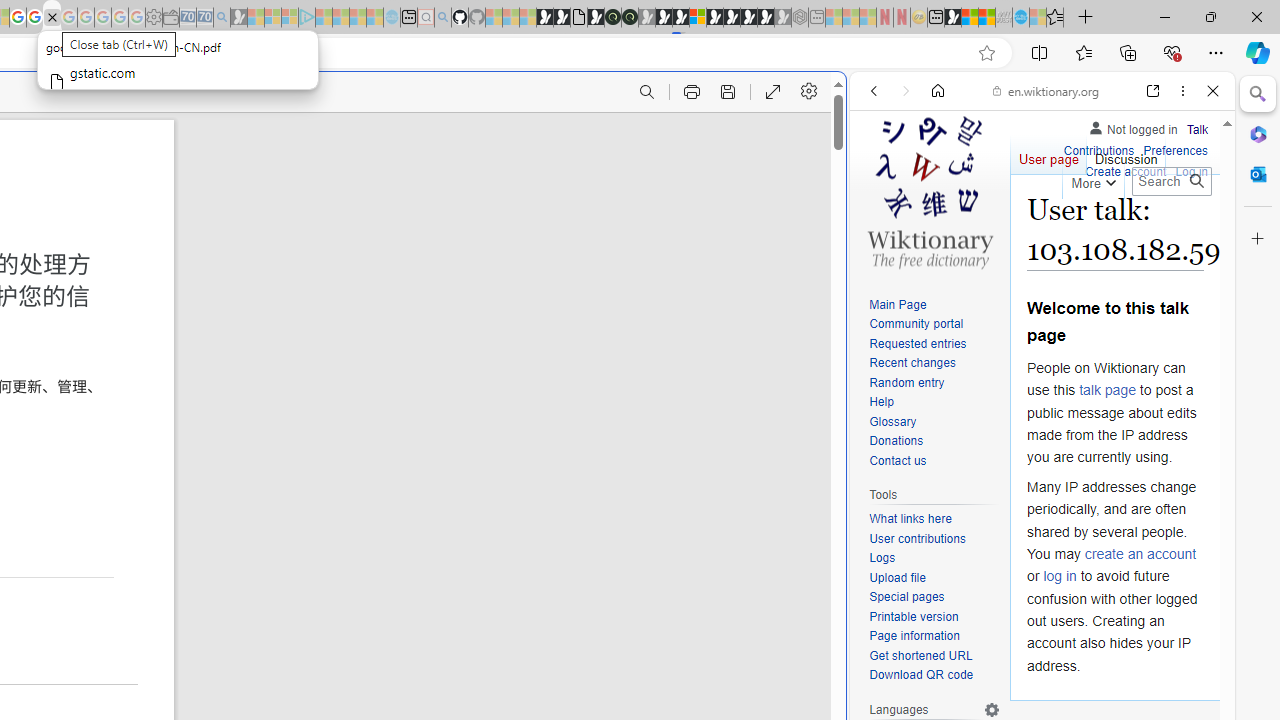  I want to click on 'Play Cave FRVR in your browser | Games from Microsoft Start', so click(663, 17).